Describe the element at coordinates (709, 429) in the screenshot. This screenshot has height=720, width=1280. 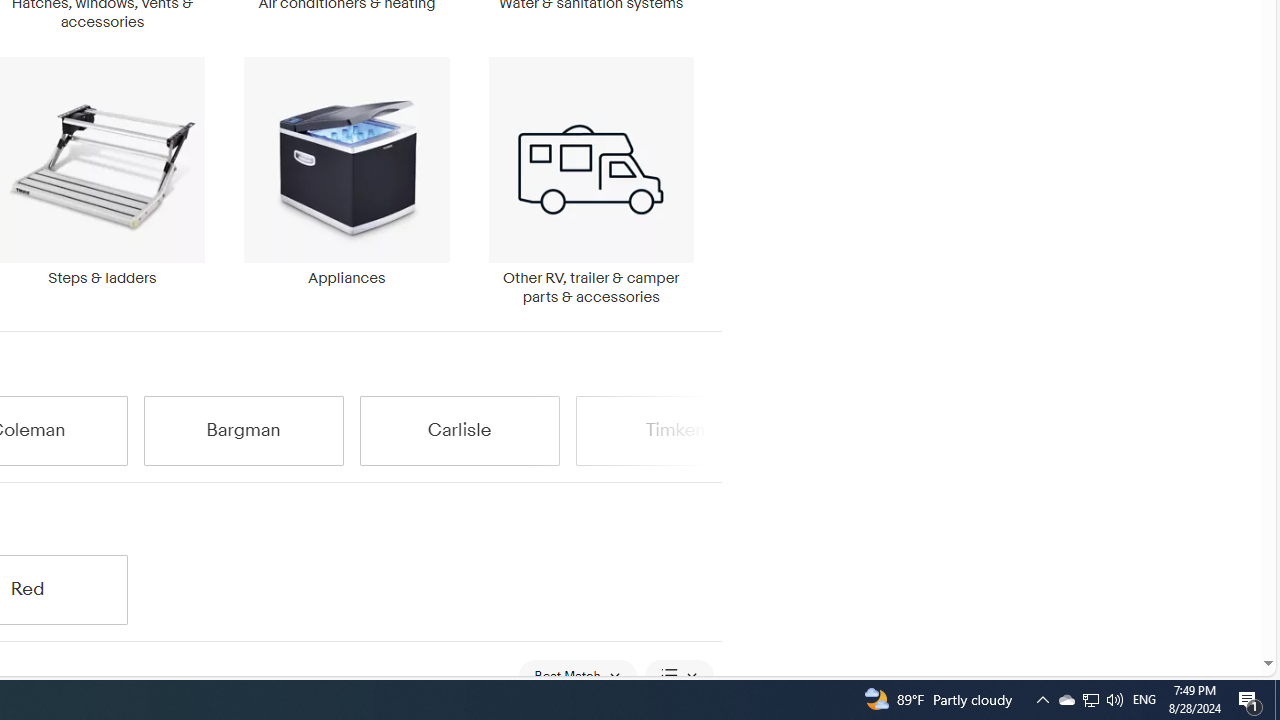
I see `'Go to next slide'` at that location.